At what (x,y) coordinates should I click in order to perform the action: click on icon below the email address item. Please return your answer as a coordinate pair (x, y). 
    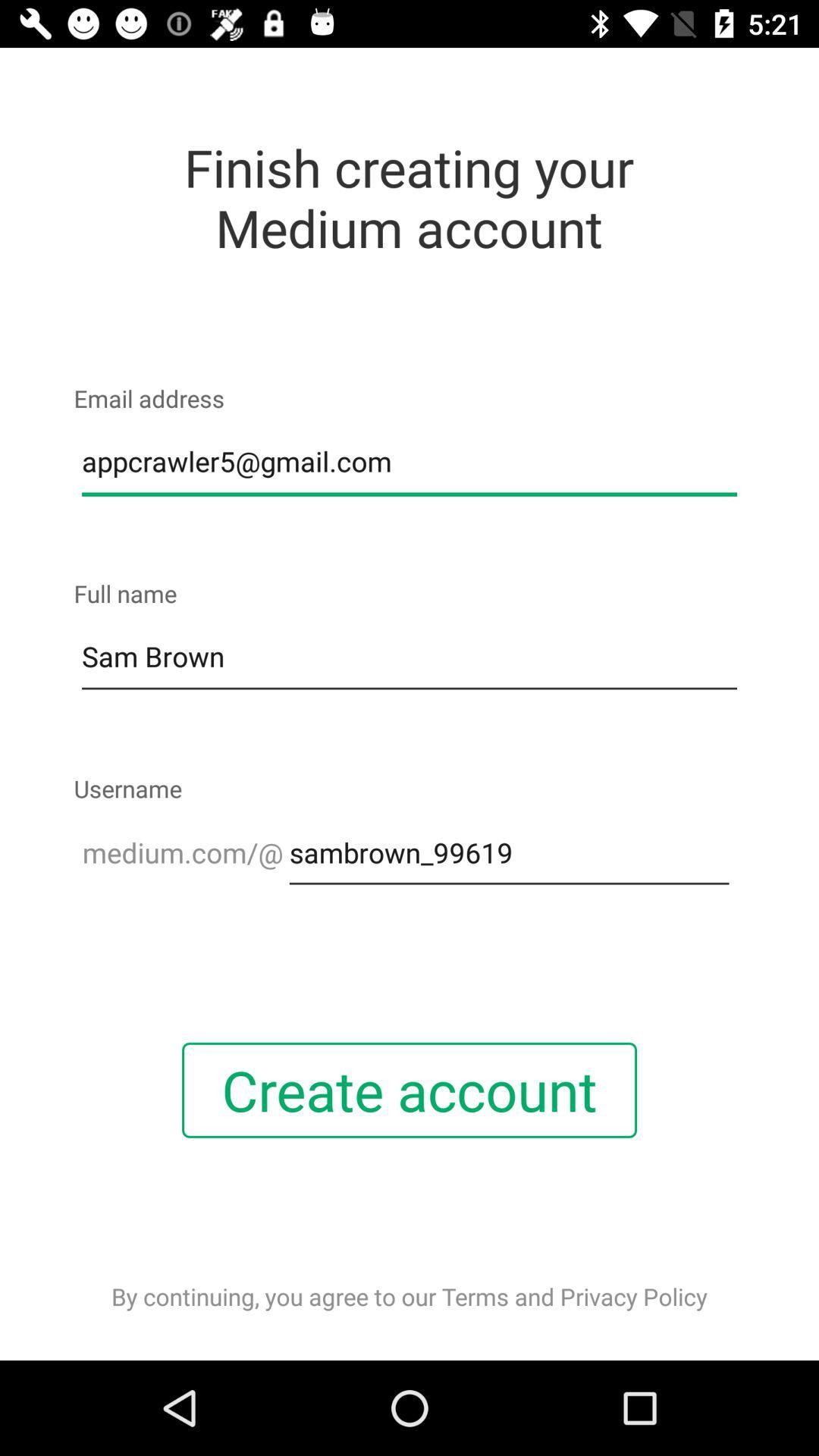
    Looking at the image, I should click on (409, 461).